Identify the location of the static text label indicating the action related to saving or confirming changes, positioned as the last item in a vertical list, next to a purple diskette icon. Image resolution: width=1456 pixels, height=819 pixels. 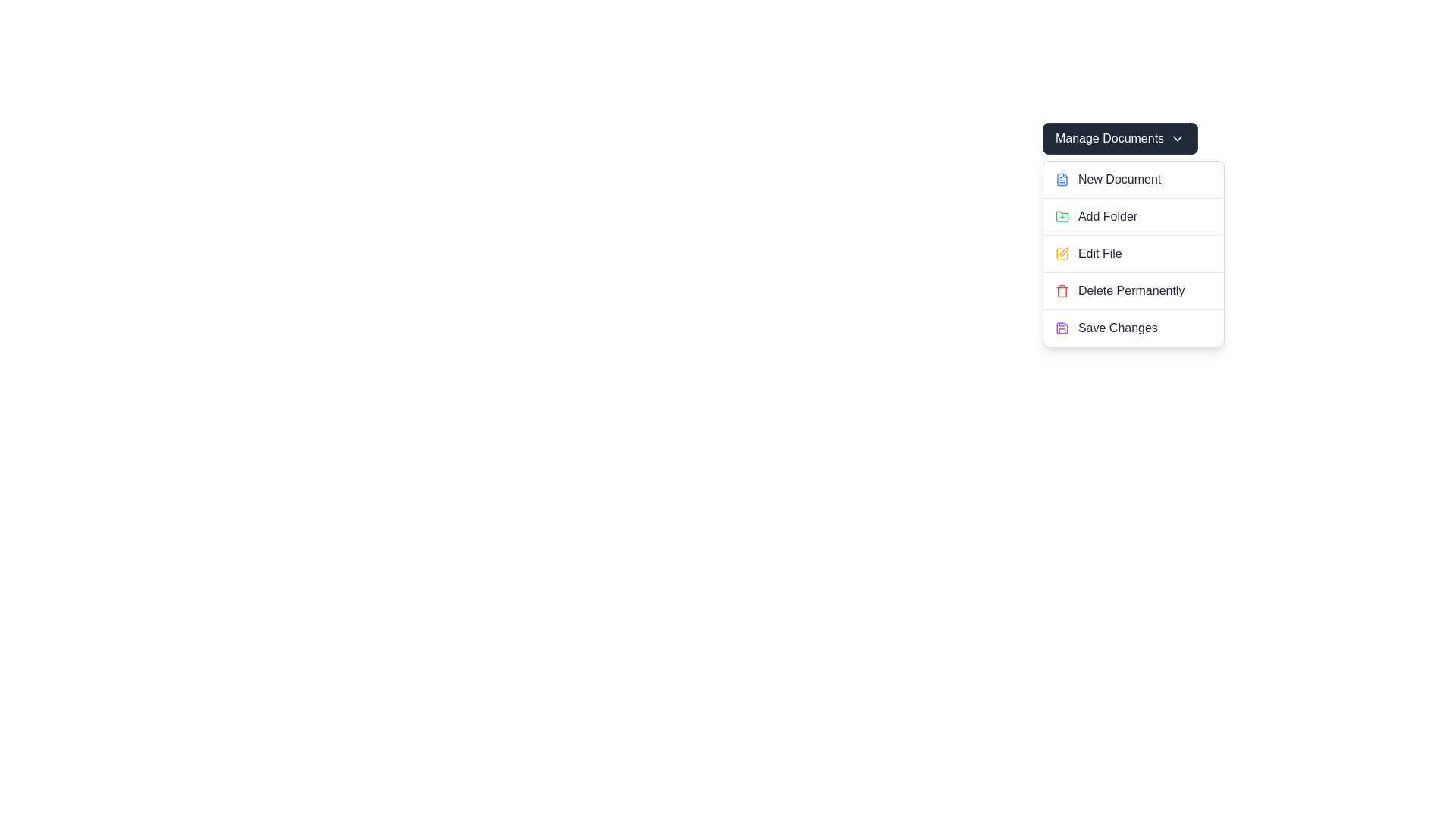
(1118, 327).